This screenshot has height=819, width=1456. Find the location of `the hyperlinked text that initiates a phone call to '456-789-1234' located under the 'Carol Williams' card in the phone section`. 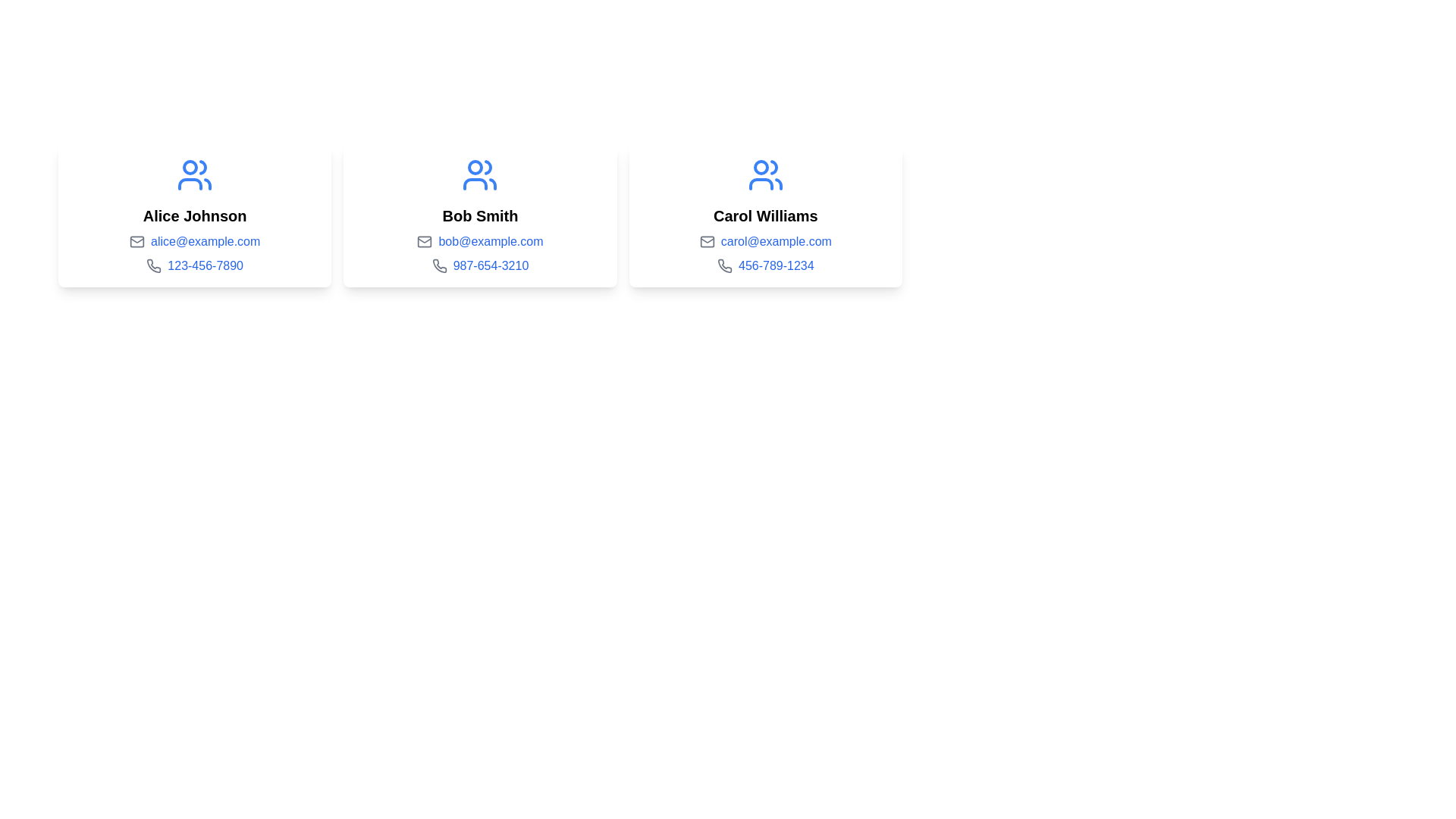

the hyperlinked text that initiates a phone call to '456-789-1234' located under the 'Carol Williams' card in the phone section is located at coordinates (776, 265).